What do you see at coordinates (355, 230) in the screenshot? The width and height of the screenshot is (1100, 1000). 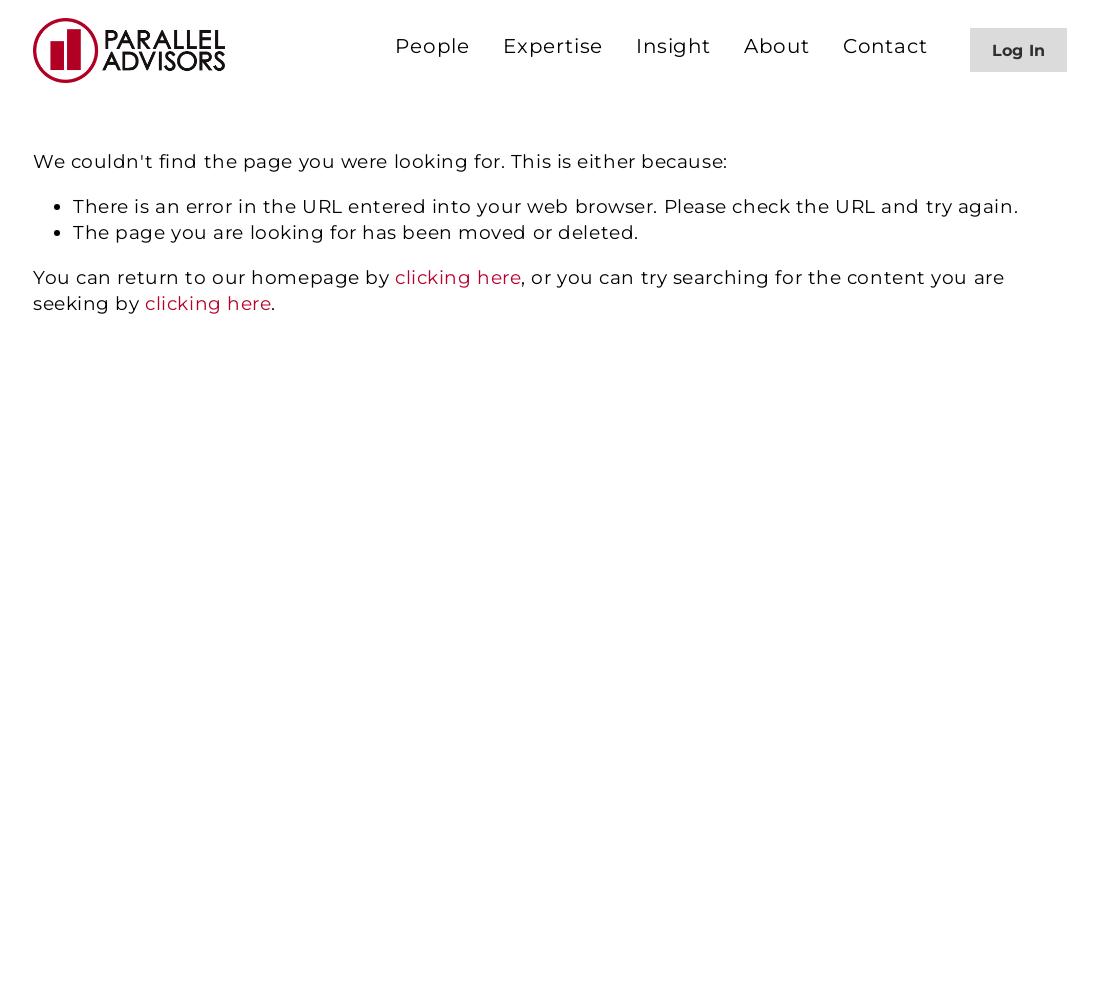 I see `'The page you are looking for has been moved or deleted.'` at bounding box center [355, 230].